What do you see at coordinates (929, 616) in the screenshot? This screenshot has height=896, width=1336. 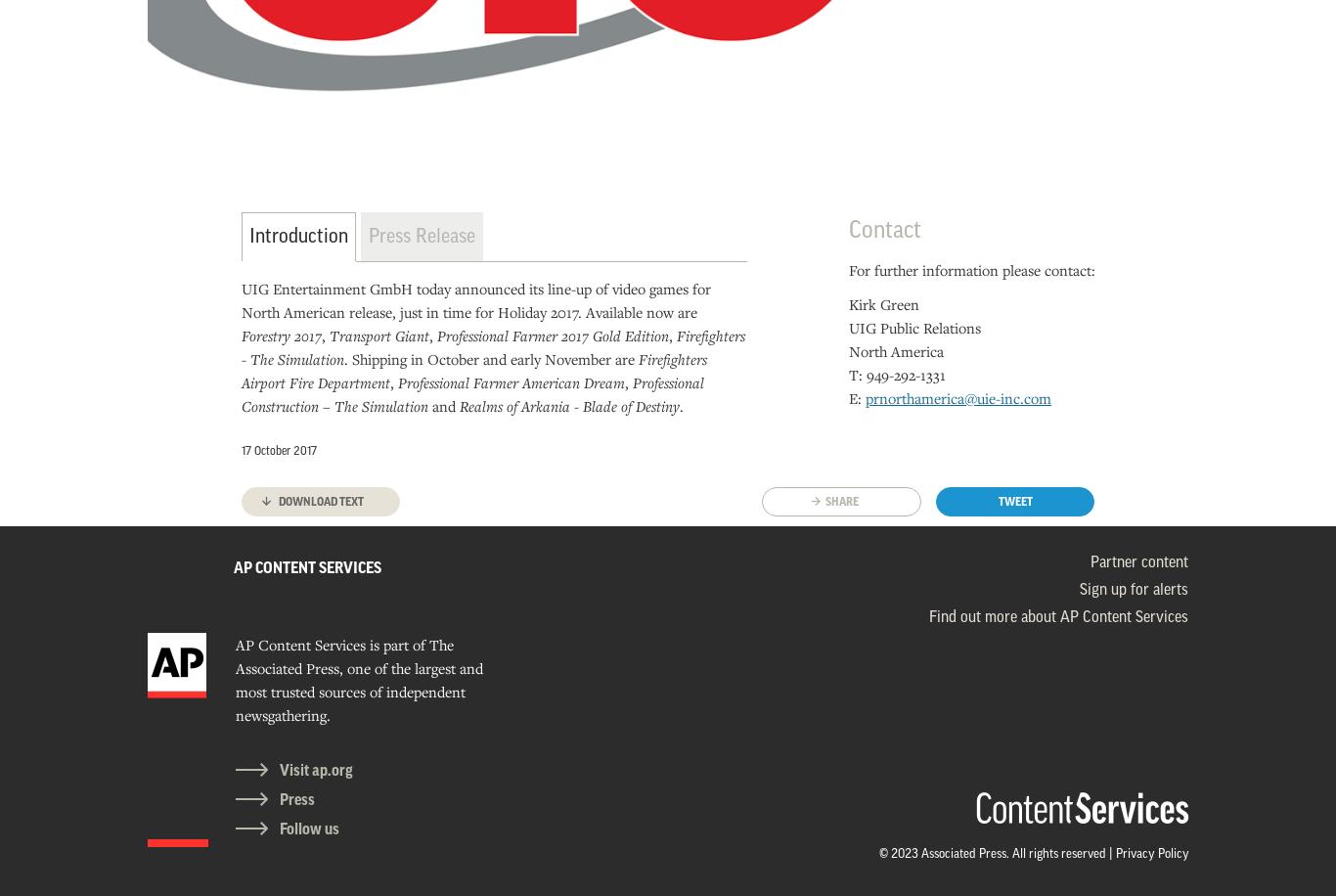 I see `'Find
                                out more about AP Content Services'` at bounding box center [929, 616].